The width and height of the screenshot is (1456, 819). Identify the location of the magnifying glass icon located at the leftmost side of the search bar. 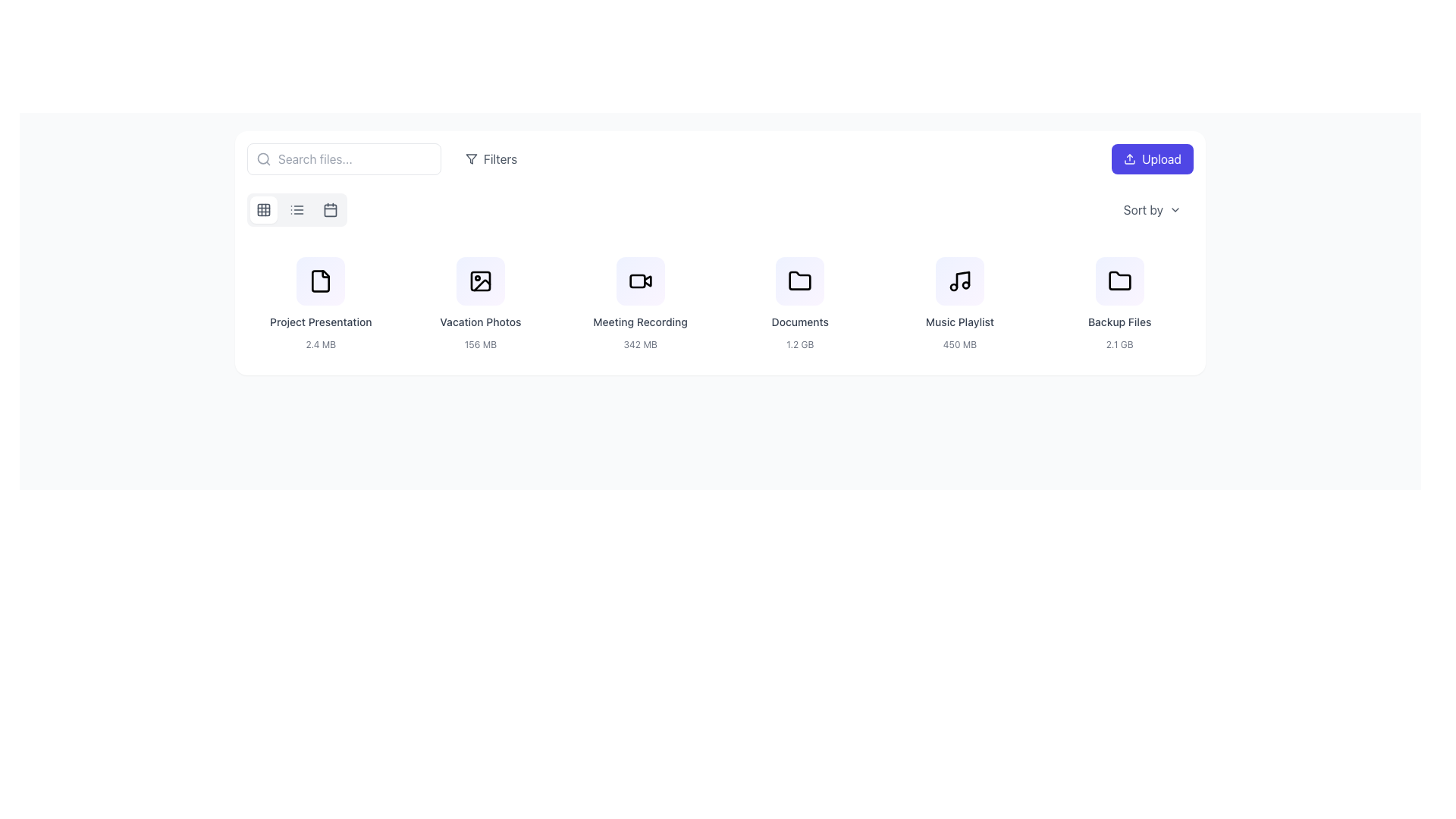
(263, 158).